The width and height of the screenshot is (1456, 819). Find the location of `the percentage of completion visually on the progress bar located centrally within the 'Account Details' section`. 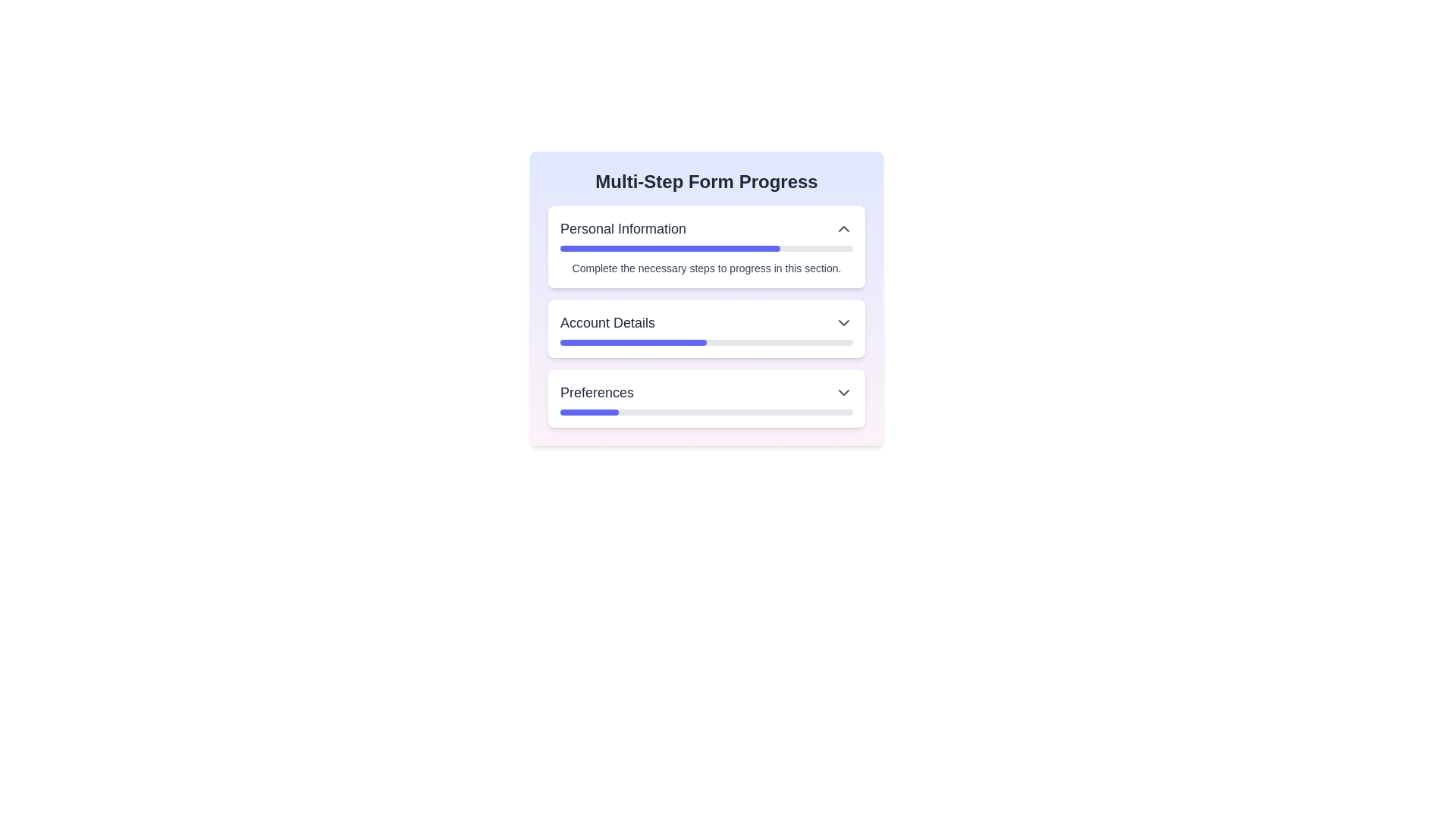

the percentage of completion visually on the progress bar located centrally within the 'Account Details' section is located at coordinates (705, 342).